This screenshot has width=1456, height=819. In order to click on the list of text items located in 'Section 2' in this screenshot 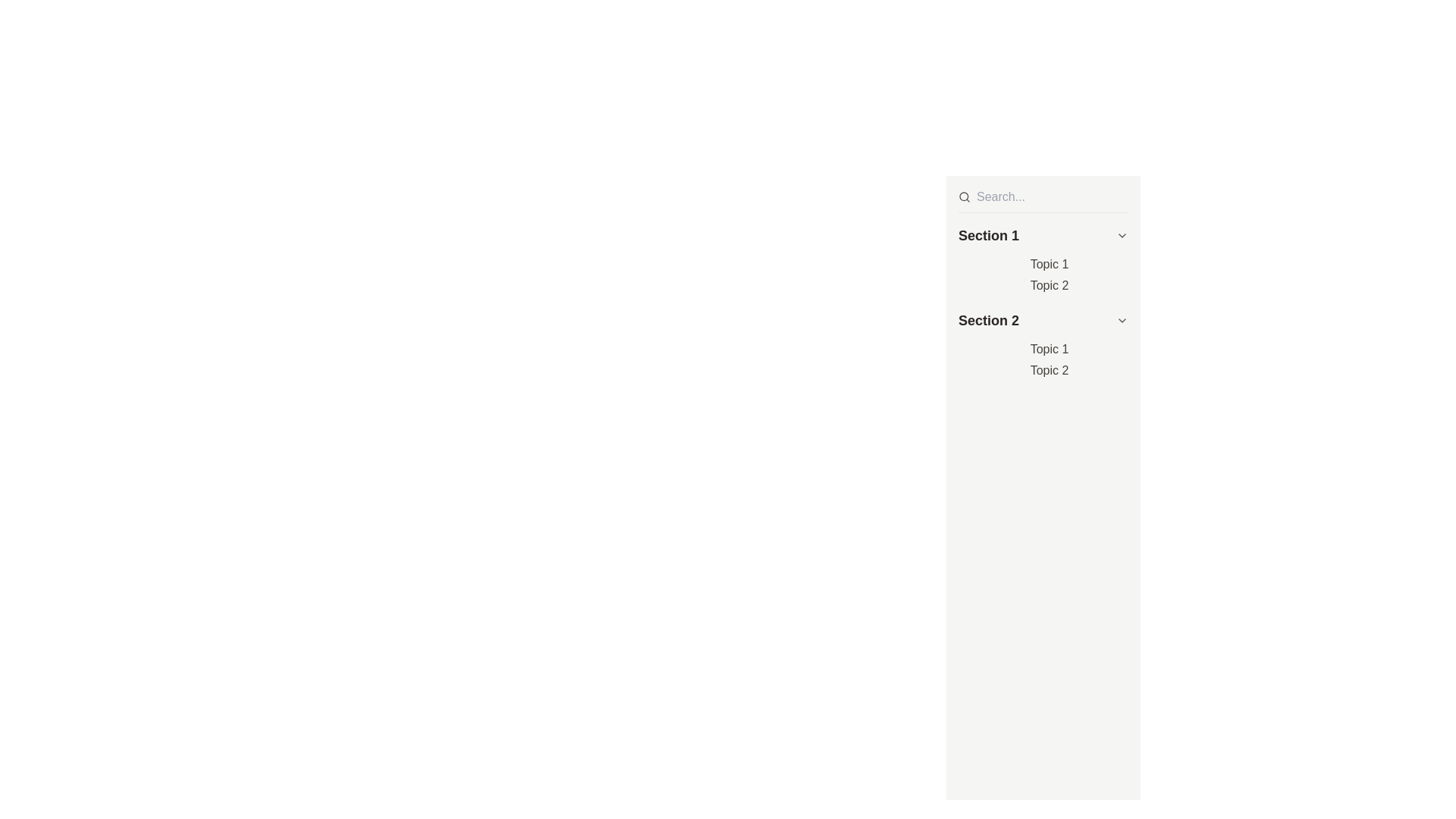, I will do `click(1043, 359)`.